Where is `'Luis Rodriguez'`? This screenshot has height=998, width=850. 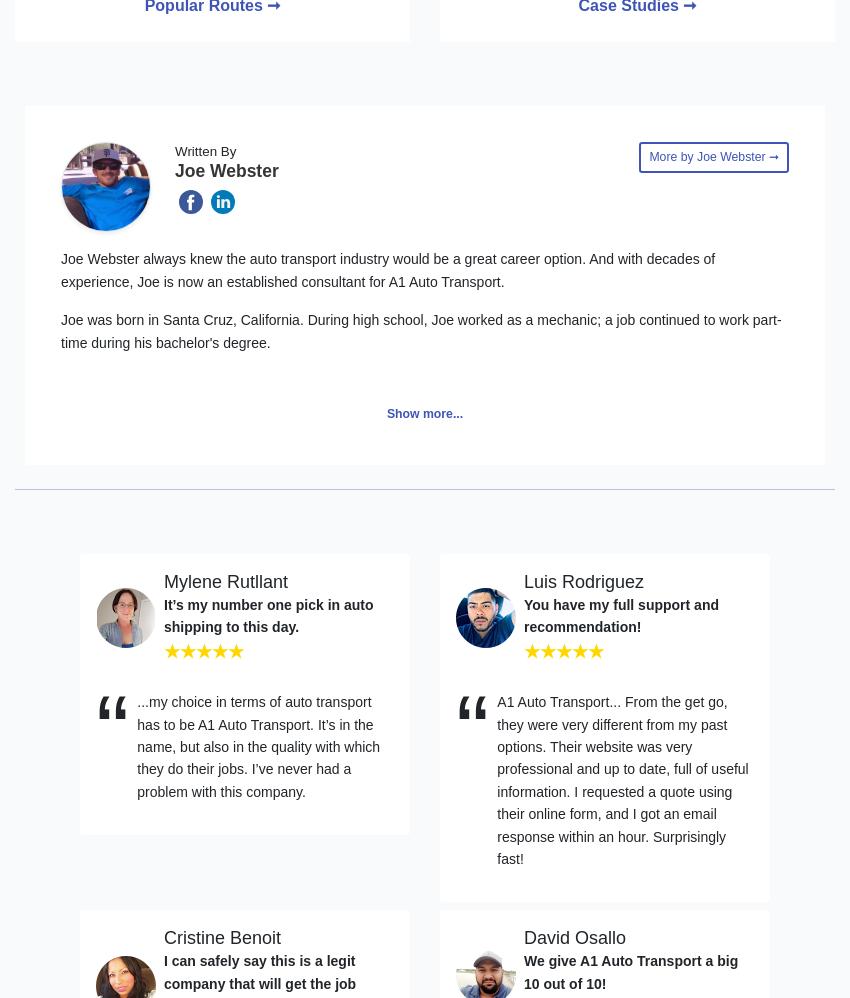
'Luis Rodriguez' is located at coordinates (584, 580).